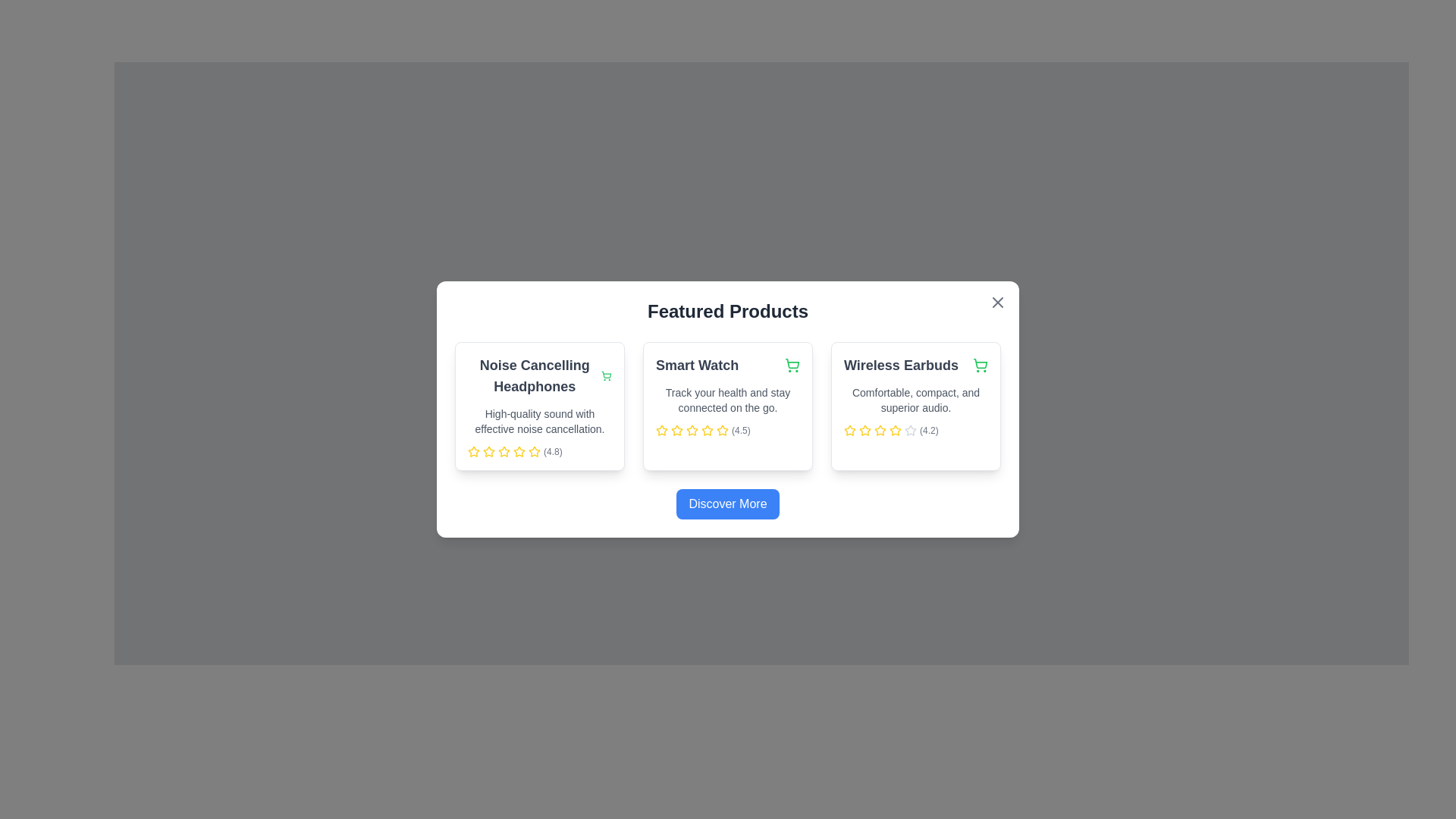 The height and width of the screenshot is (819, 1456). Describe the element at coordinates (676, 430) in the screenshot. I see `the rating indication represented by the third yellow star icon in the rating system under the 'Smart Watch' product card` at that location.